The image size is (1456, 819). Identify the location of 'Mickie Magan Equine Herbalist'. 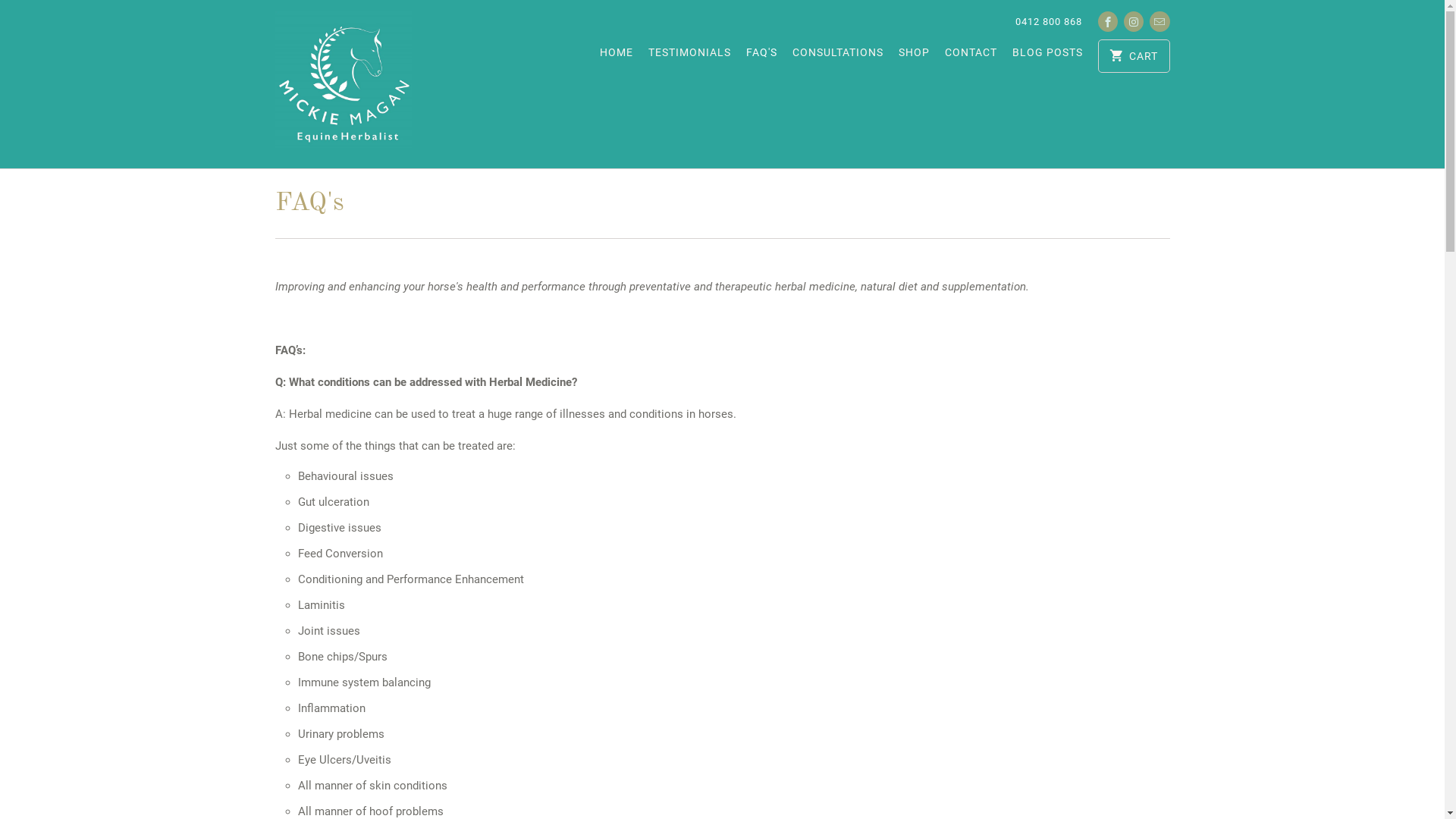
(341, 84).